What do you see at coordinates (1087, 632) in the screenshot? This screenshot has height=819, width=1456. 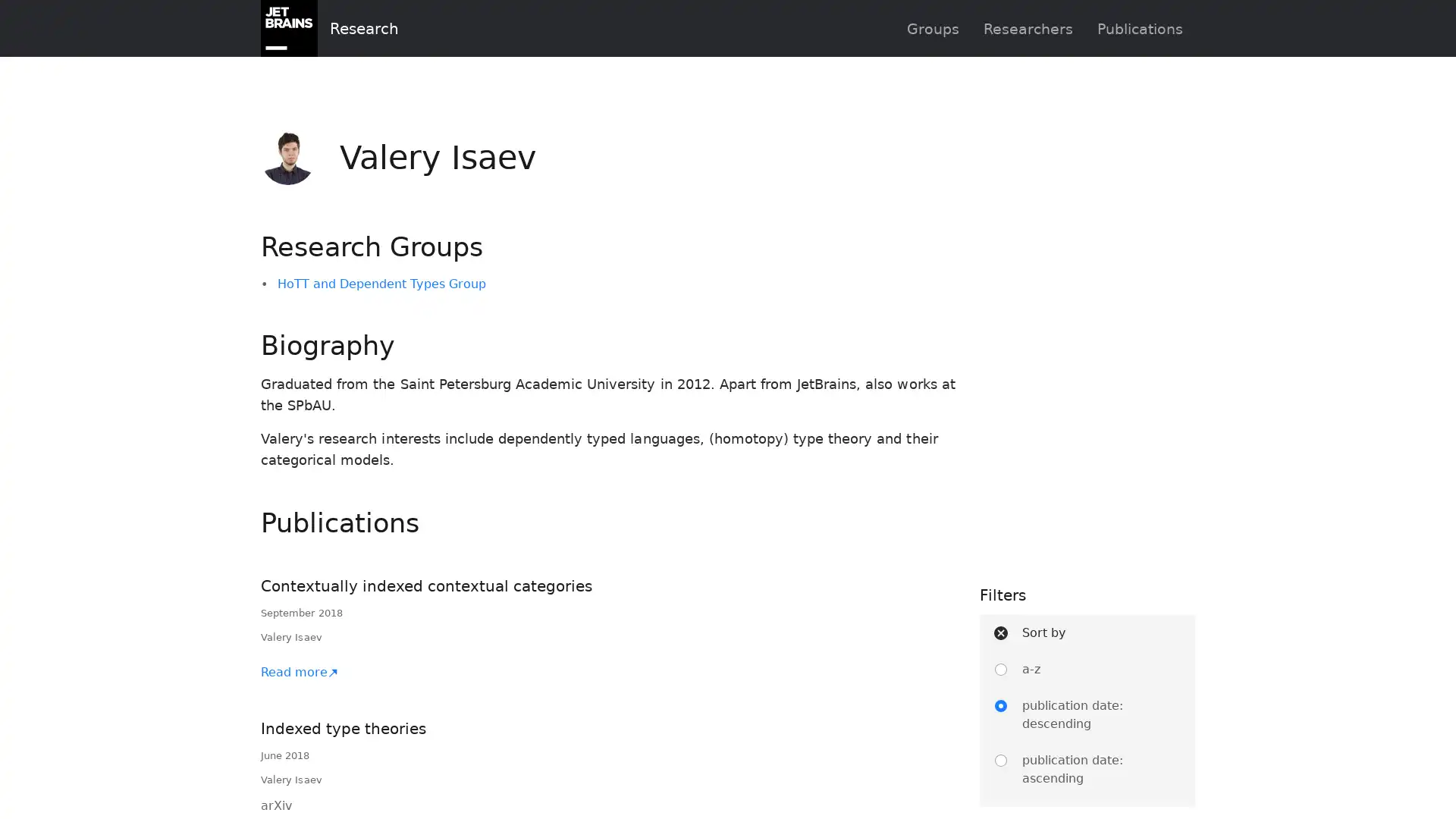 I see `Sort by` at bounding box center [1087, 632].